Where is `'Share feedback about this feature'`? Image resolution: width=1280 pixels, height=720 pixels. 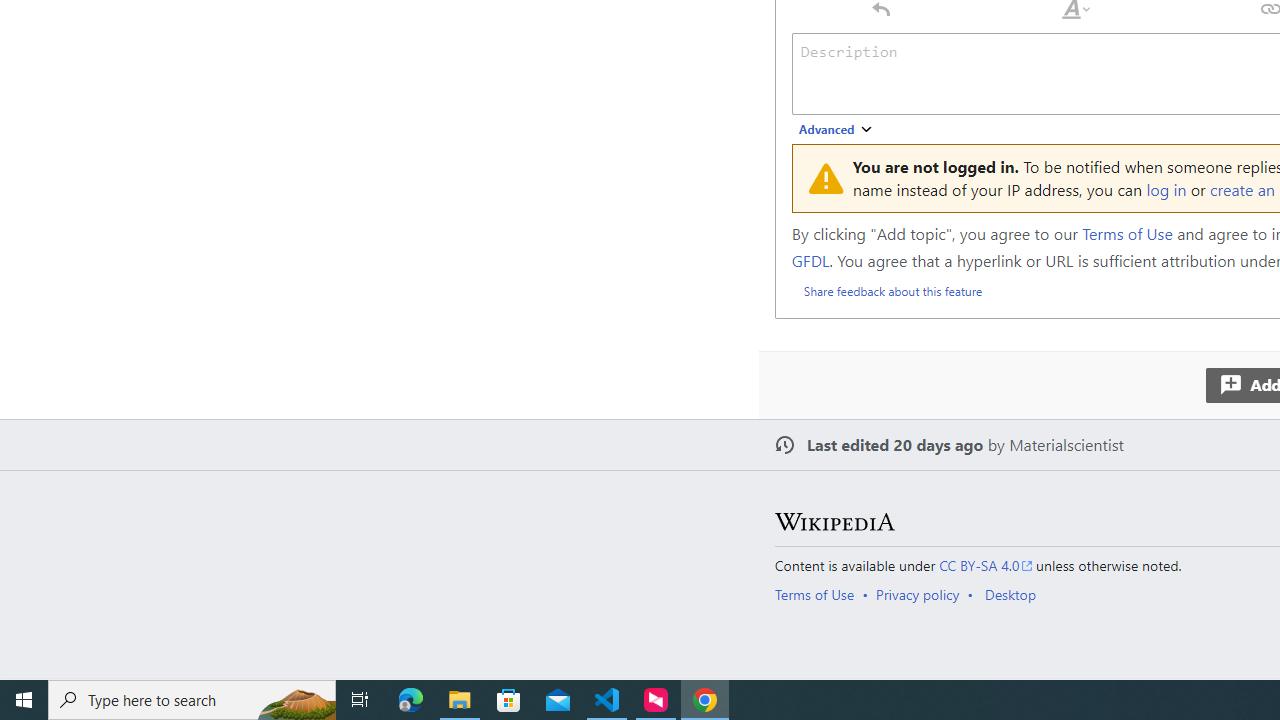 'Share feedback about this feature' is located at coordinates (891, 290).